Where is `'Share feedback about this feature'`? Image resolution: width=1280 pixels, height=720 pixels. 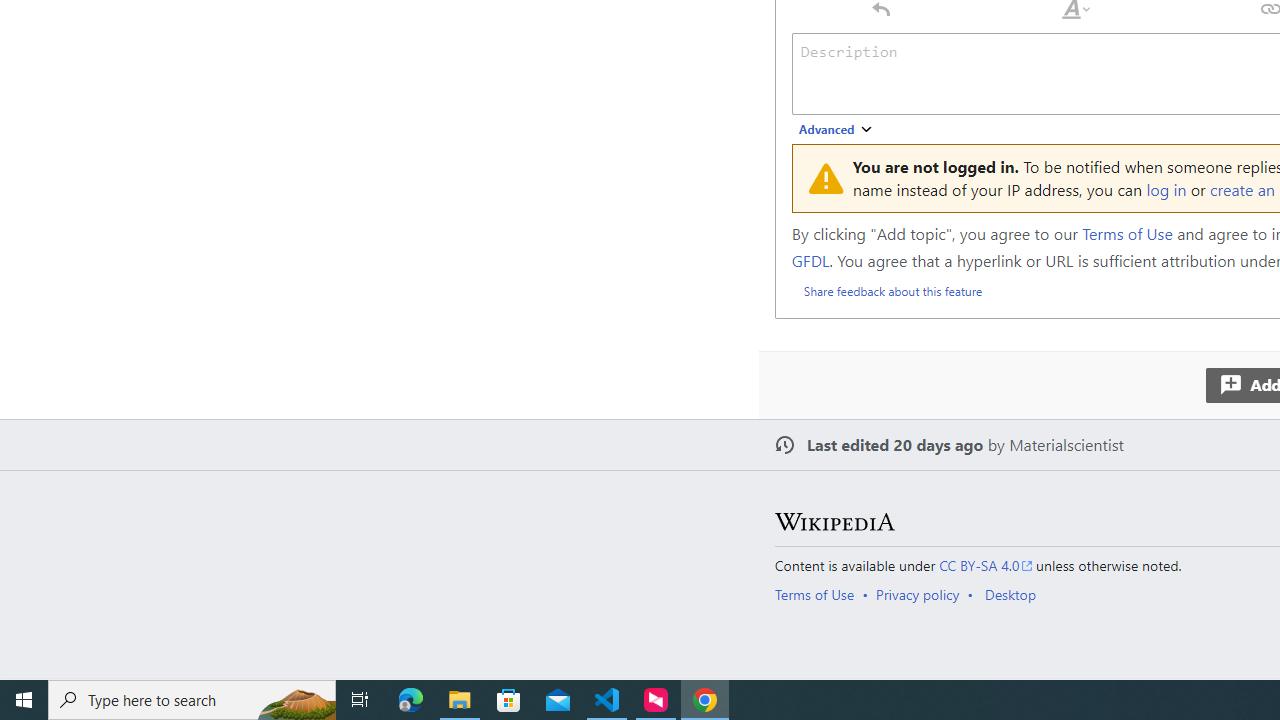 'Share feedback about this feature' is located at coordinates (891, 290).